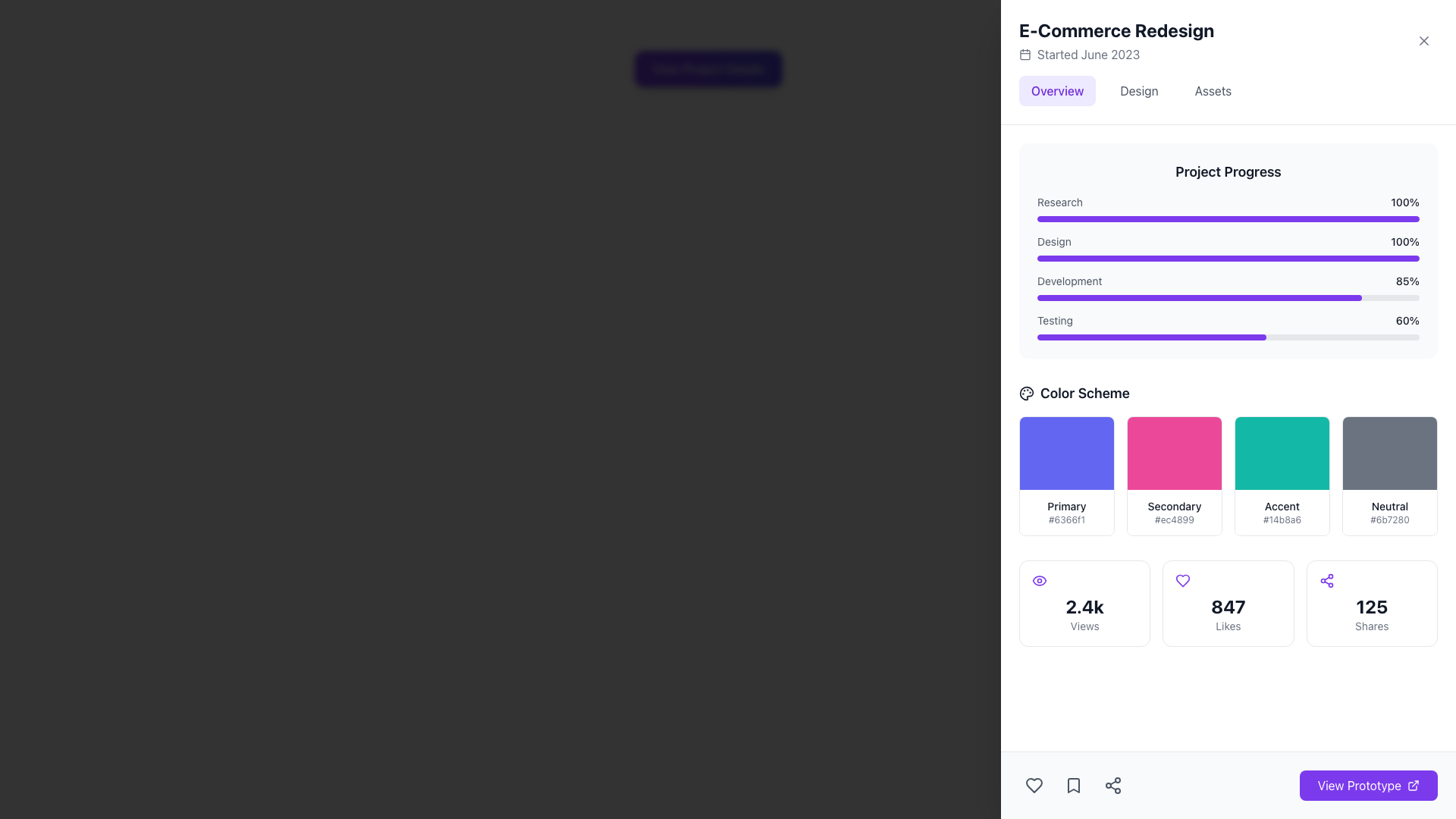  What do you see at coordinates (1084, 605) in the screenshot?
I see `the text label displaying '2.4k' which is a bold, large-sized dark gray font metric indicating Views, positioned centrally in the lower right column of the interface` at bounding box center [1084, 605].